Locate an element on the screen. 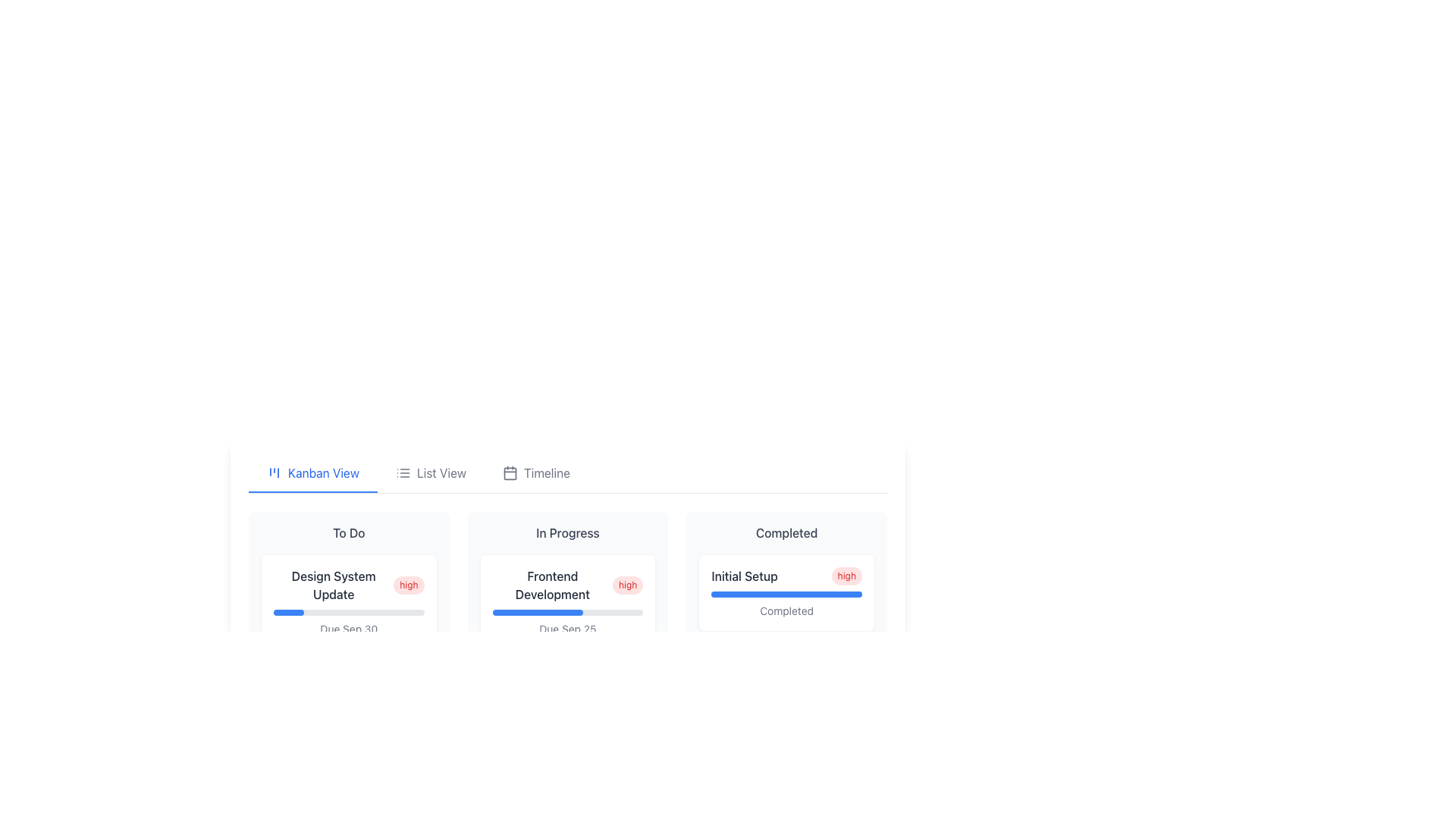 This screenshot has width=1456, height=819. the first task card in the 'To Do' column of the kanban board, which displays task details, priority, progress status, and a due date is located at coordinates (348, 635).